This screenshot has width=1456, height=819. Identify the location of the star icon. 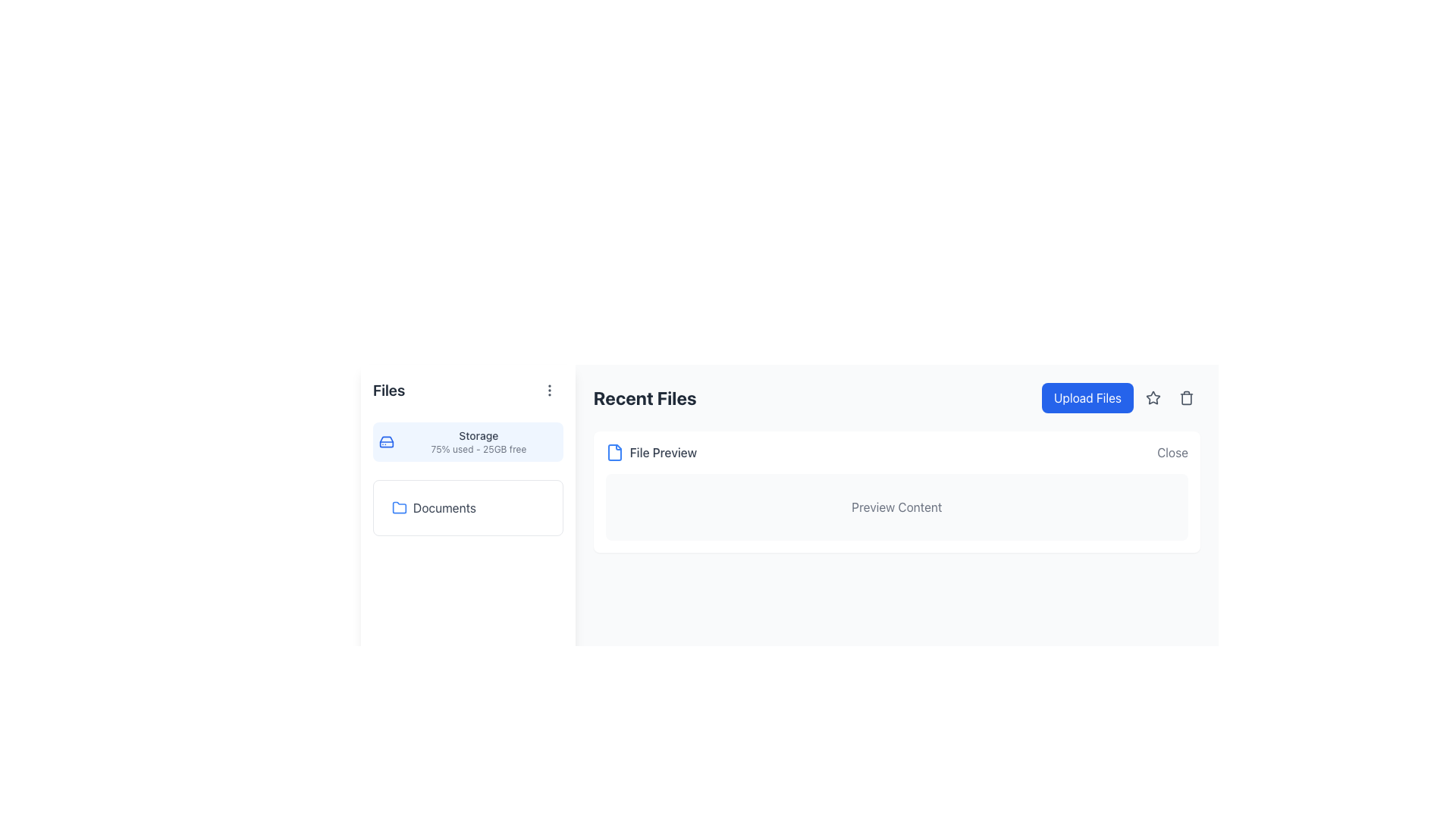
(1153, 397).